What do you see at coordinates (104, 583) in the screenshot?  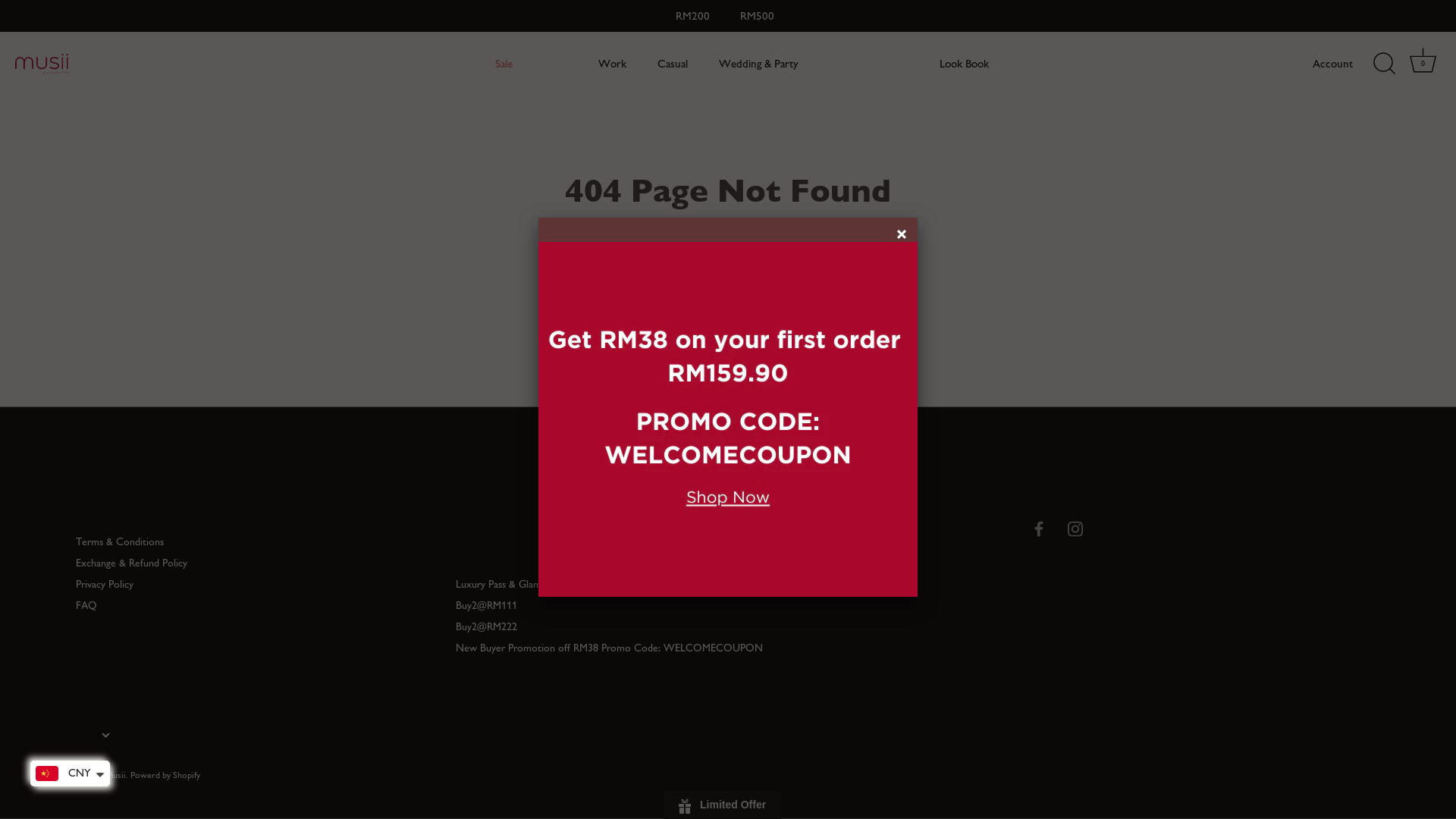 I see `'Privacy Policy'` at bounding box center [104, 583].